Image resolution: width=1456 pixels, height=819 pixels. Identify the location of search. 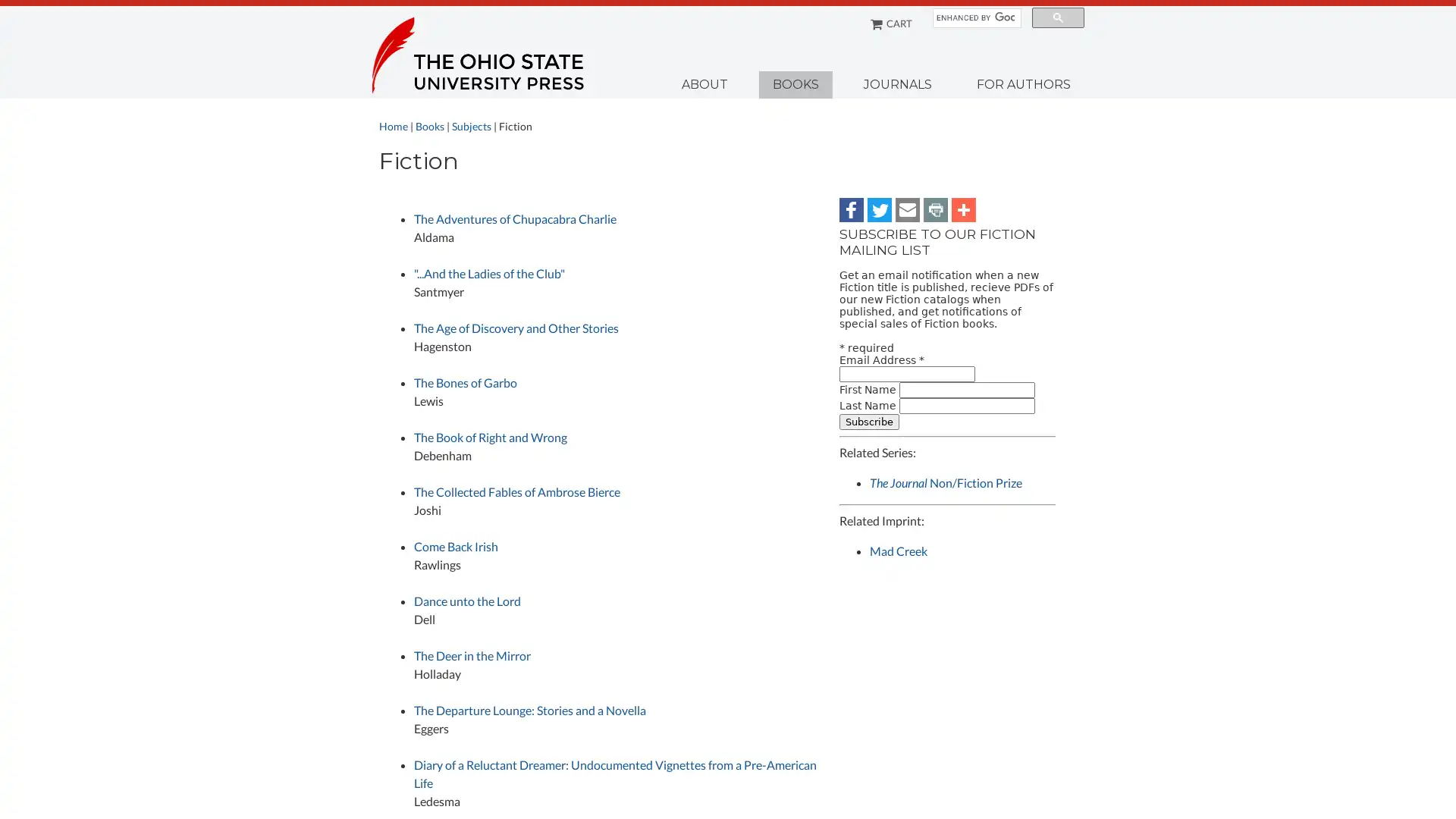
(1057, 17).